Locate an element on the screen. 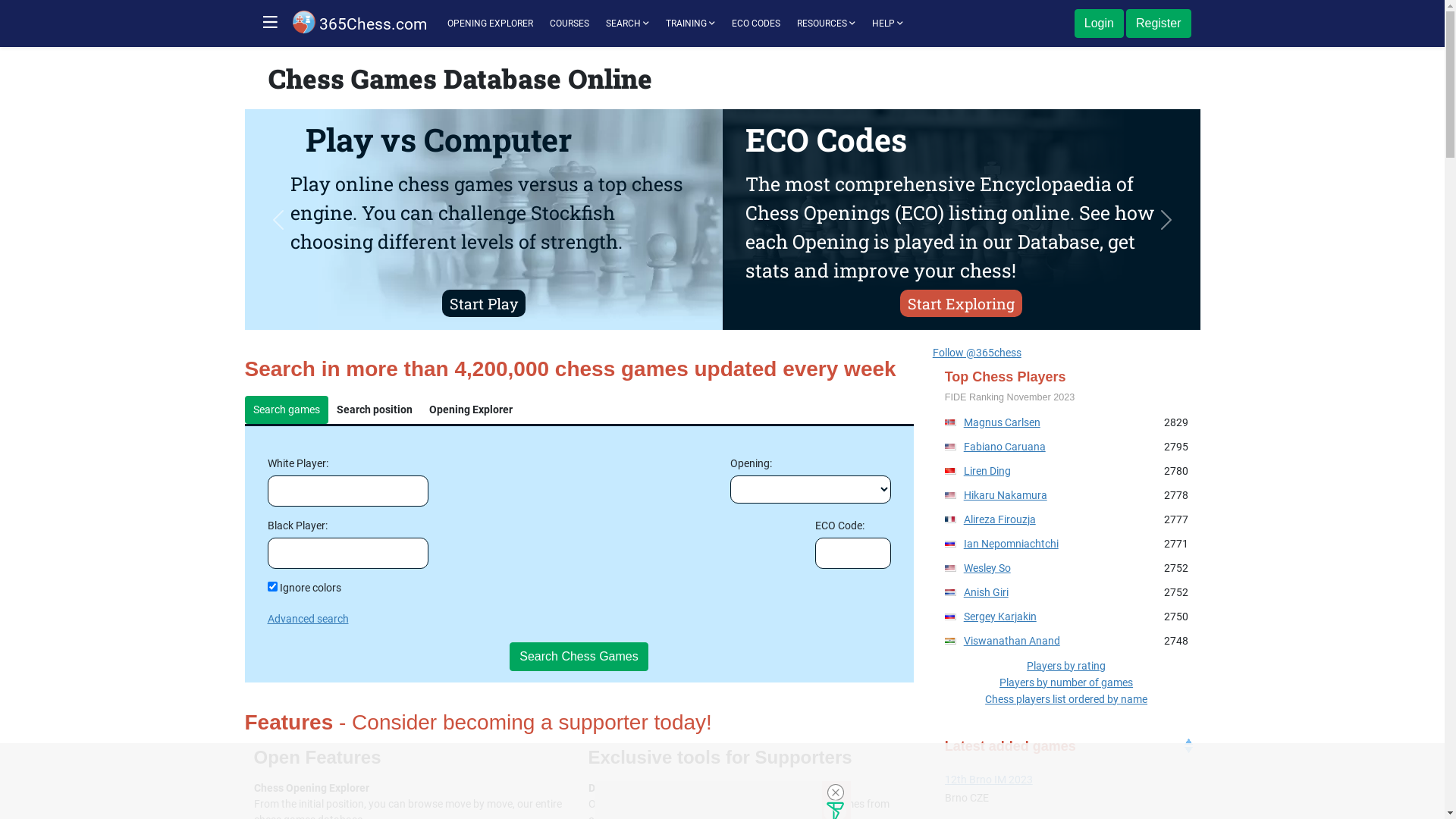  'Follow @365chess' is located at coordinates (977, 353).